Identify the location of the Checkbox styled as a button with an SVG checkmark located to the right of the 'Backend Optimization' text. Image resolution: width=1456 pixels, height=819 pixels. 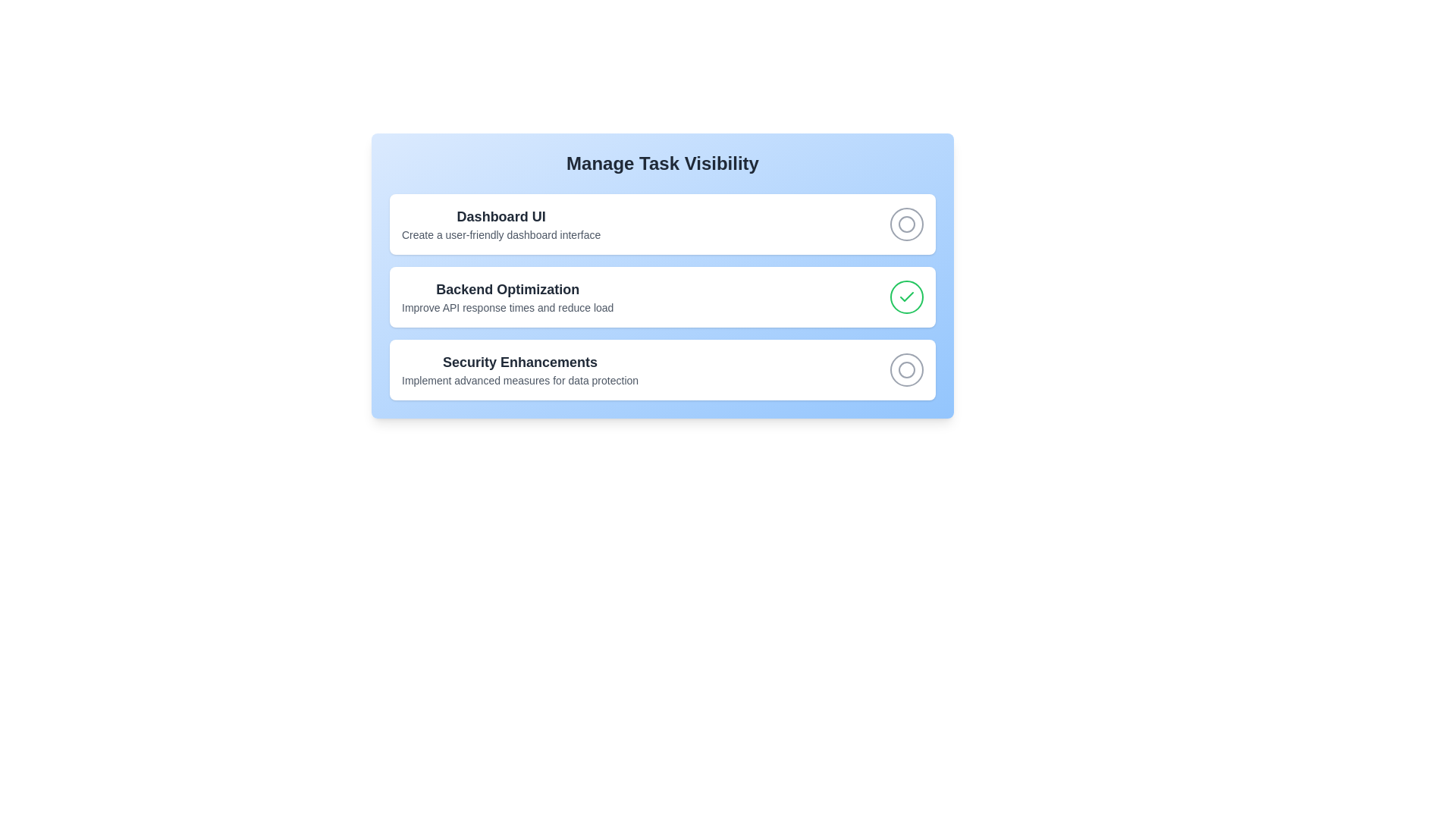
(906, 297).